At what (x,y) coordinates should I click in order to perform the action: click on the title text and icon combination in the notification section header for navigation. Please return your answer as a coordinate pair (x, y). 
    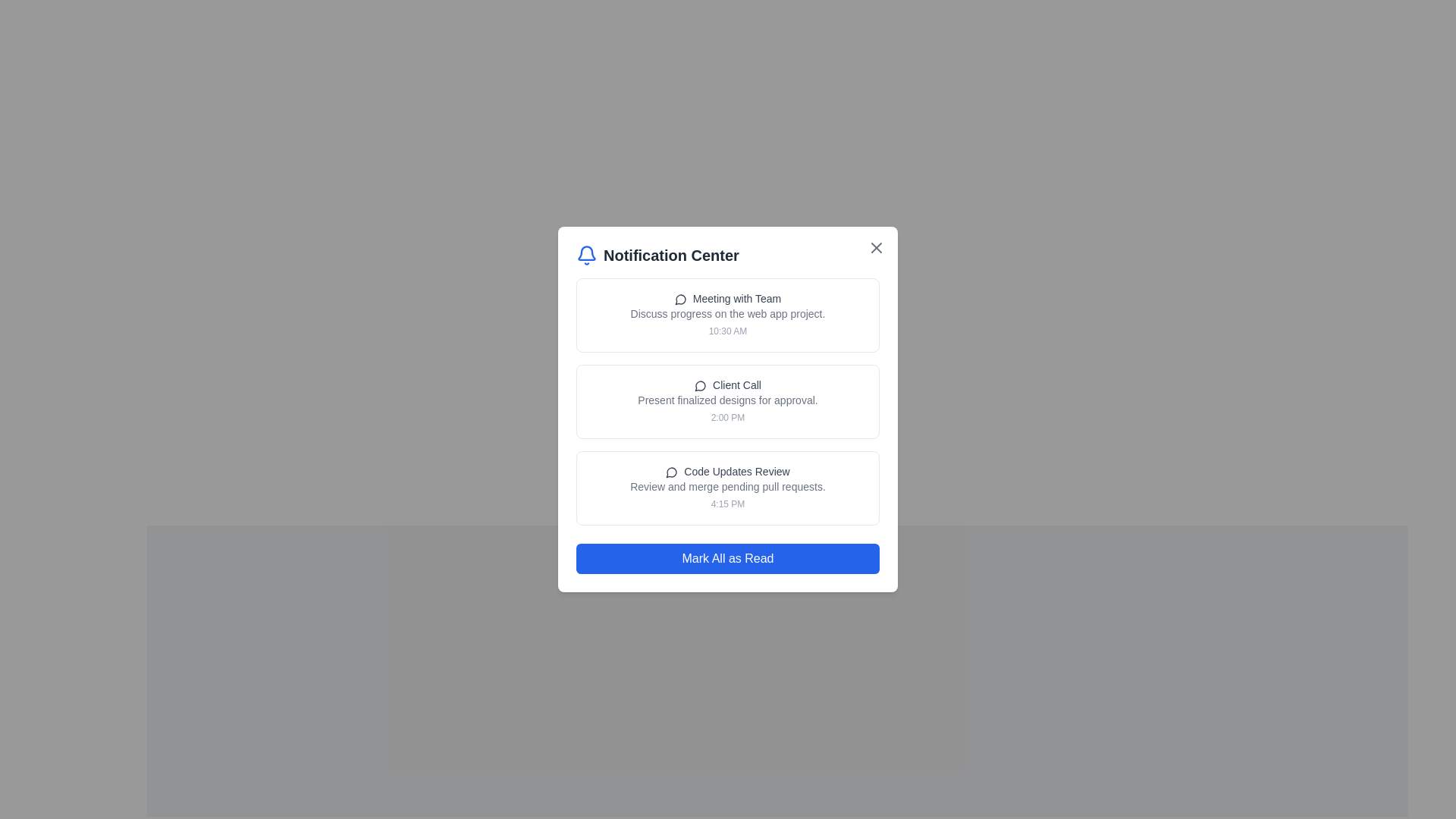
    Looking at the image, I should click on (728, 254).